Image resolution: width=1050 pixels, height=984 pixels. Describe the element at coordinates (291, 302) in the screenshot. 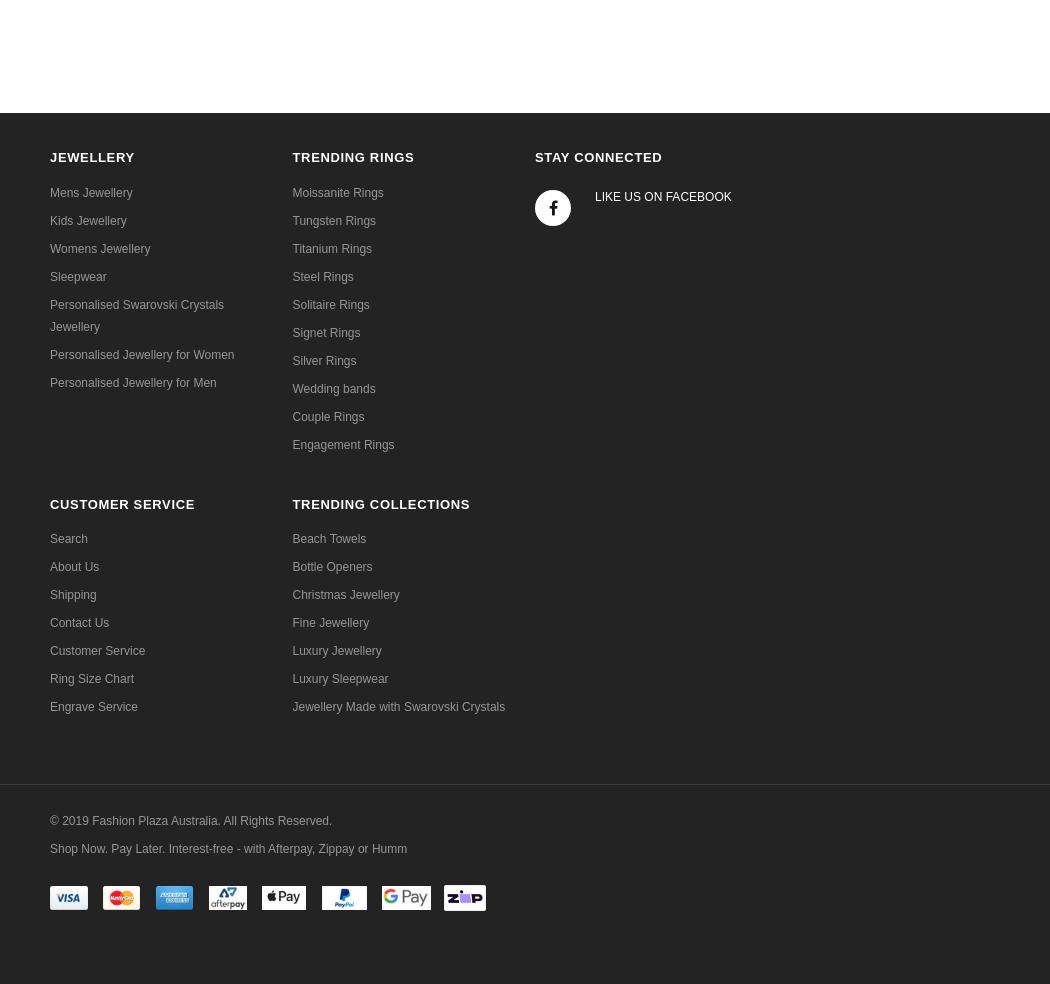

I see `'Solitaire Rings'` at that location.